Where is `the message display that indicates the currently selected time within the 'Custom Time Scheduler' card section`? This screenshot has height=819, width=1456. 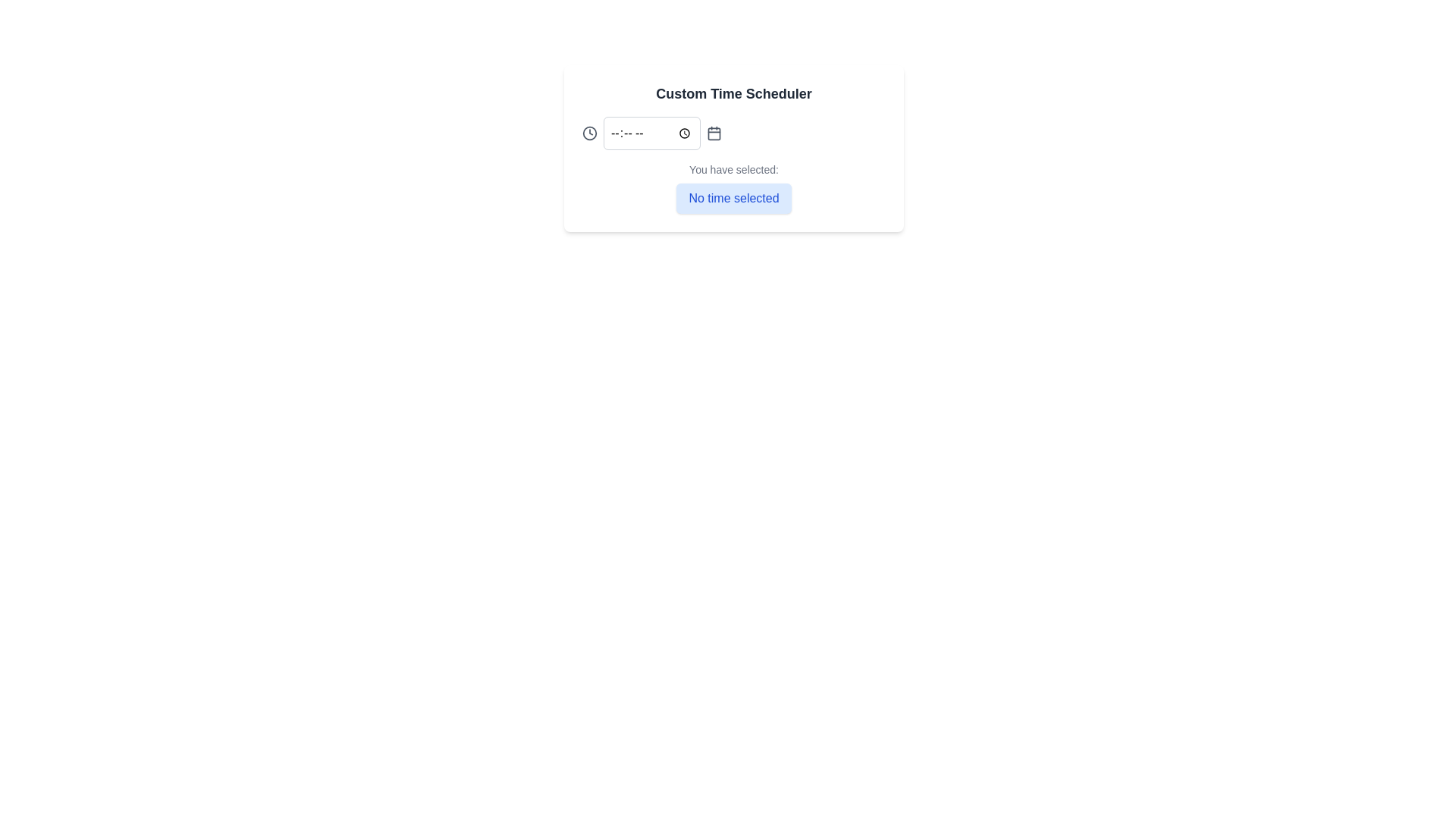
the message display that indicates the currently selected time within the 'Custom Time Scheduler' card section is located at coordinates (734, 187).